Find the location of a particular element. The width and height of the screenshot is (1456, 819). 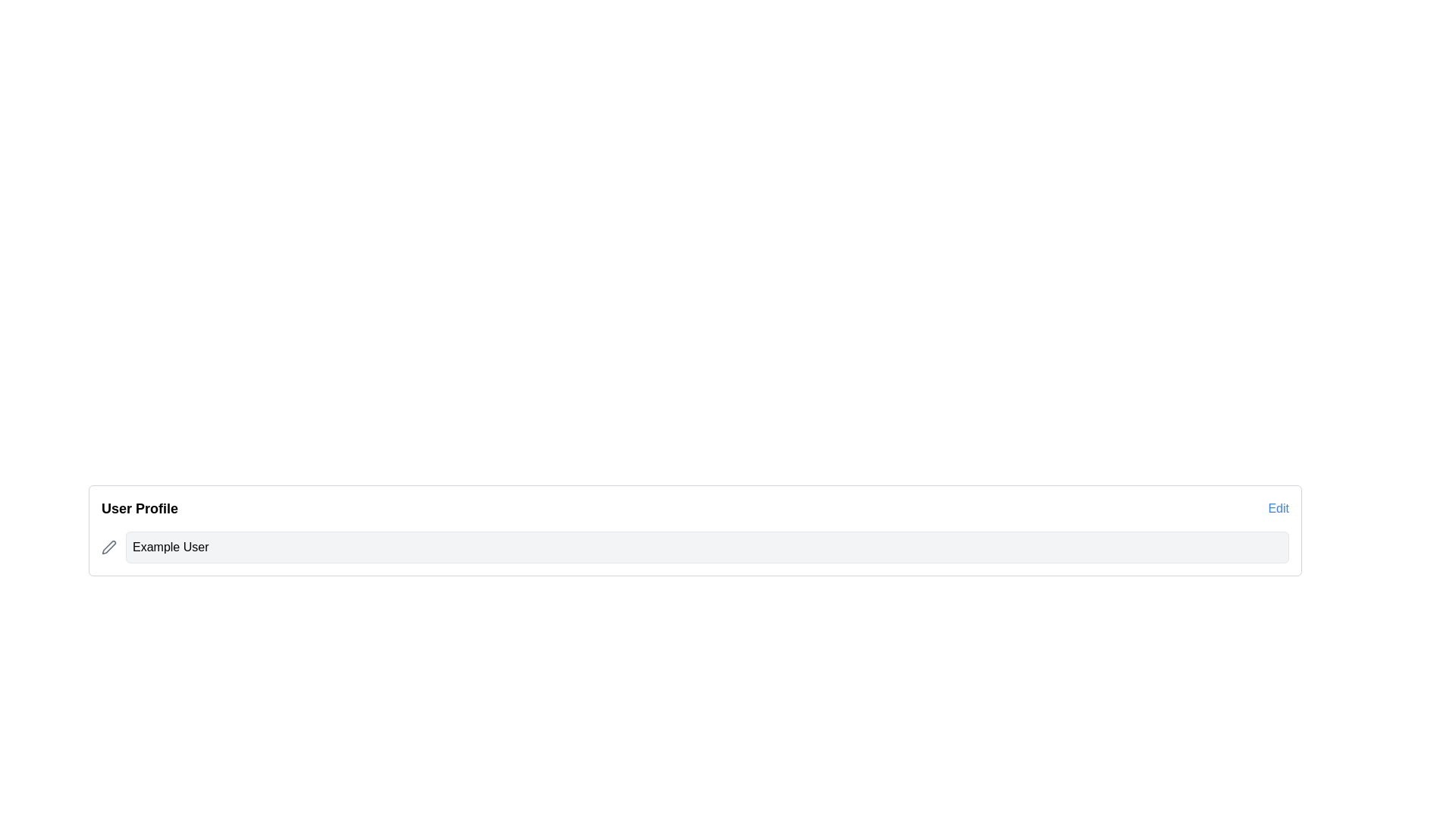

the 'Edit' hyperlink located at the far right of the 'User Profile' header is located at coordinates (1278, 509).